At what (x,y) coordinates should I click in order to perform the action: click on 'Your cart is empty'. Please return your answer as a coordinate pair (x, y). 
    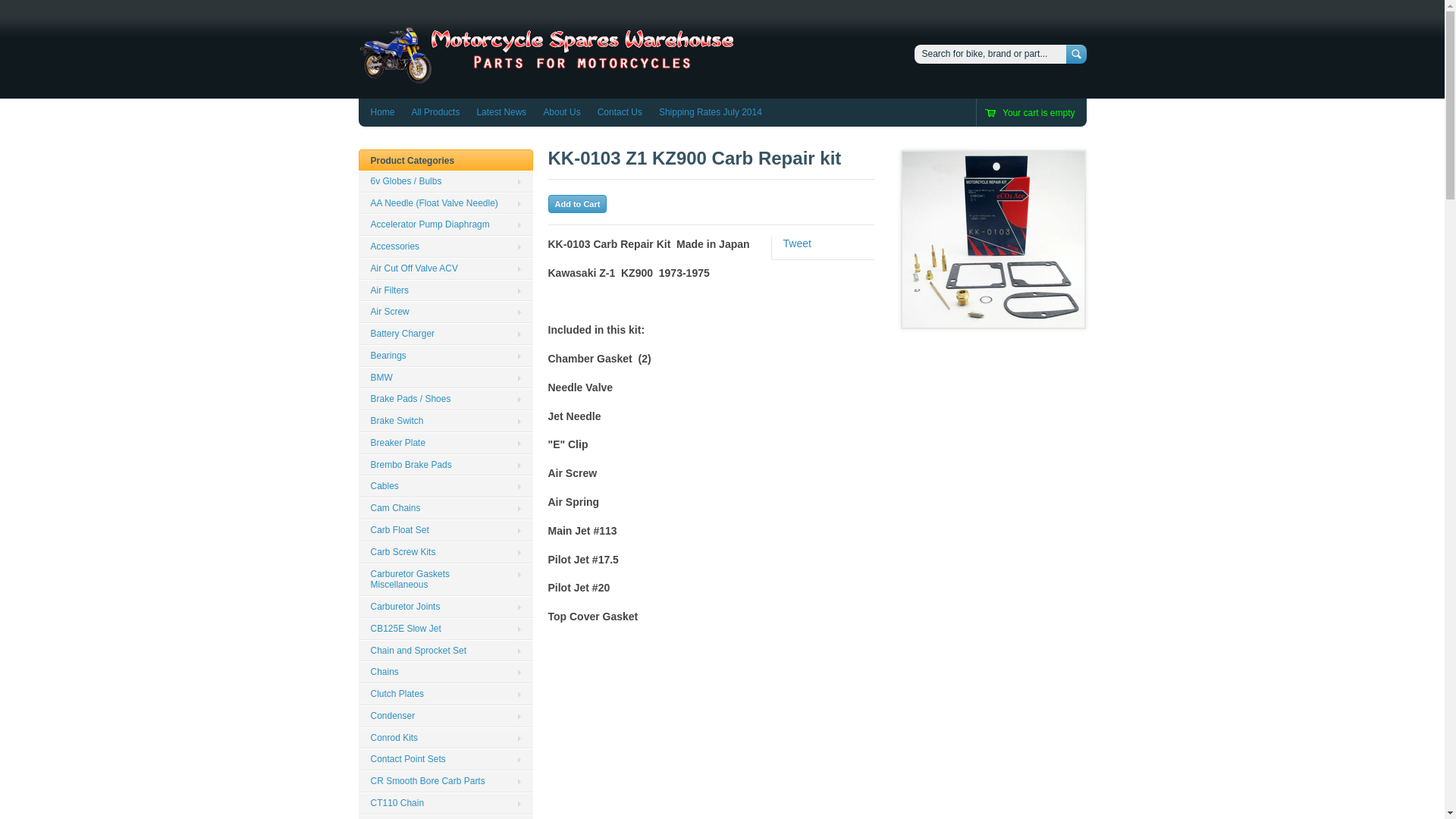
    Looking at the image, I should click on (1031, 112).